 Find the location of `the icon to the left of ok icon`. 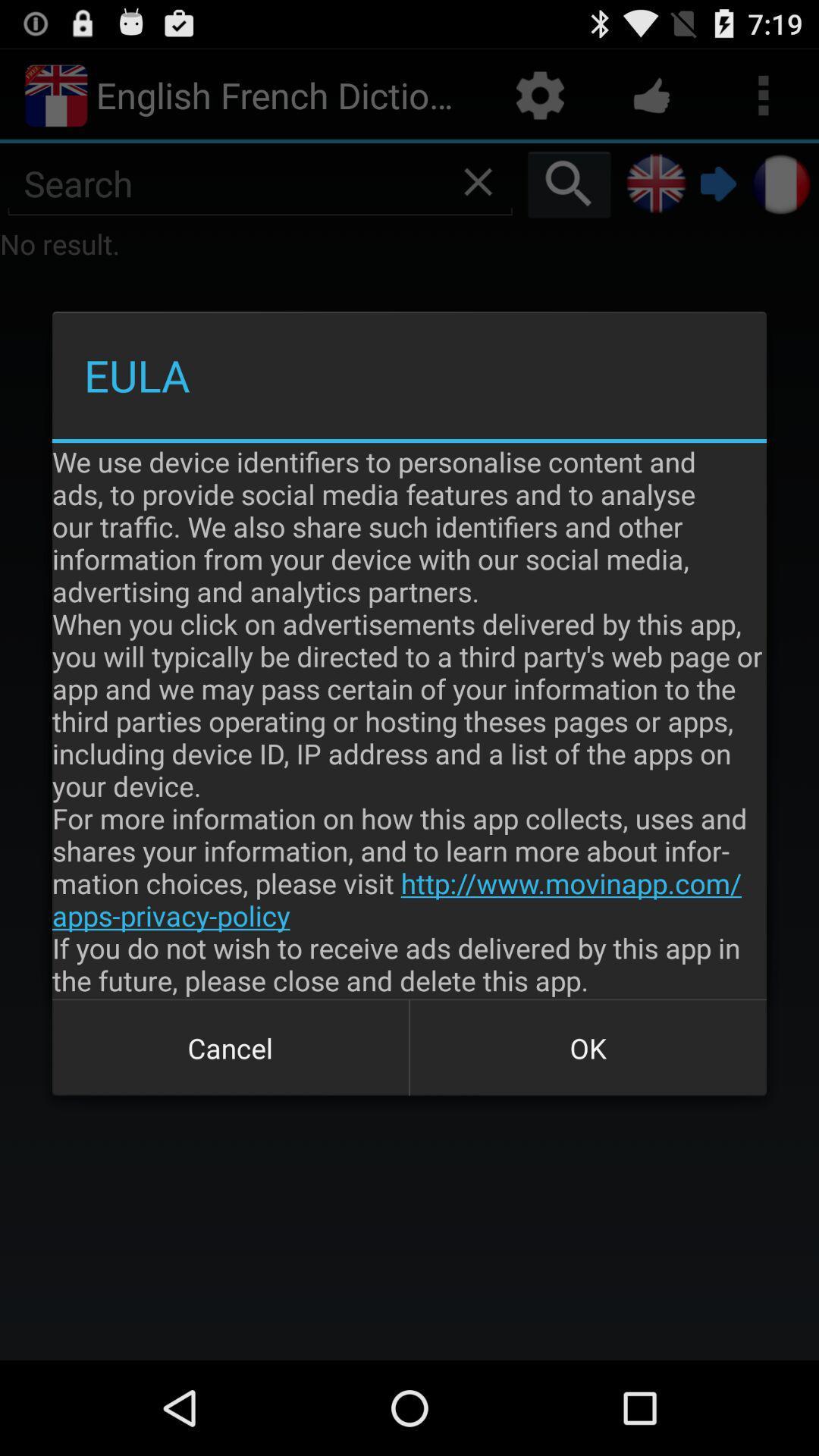

the icon to the left of ok icon is located at coordinates (231, 1047).